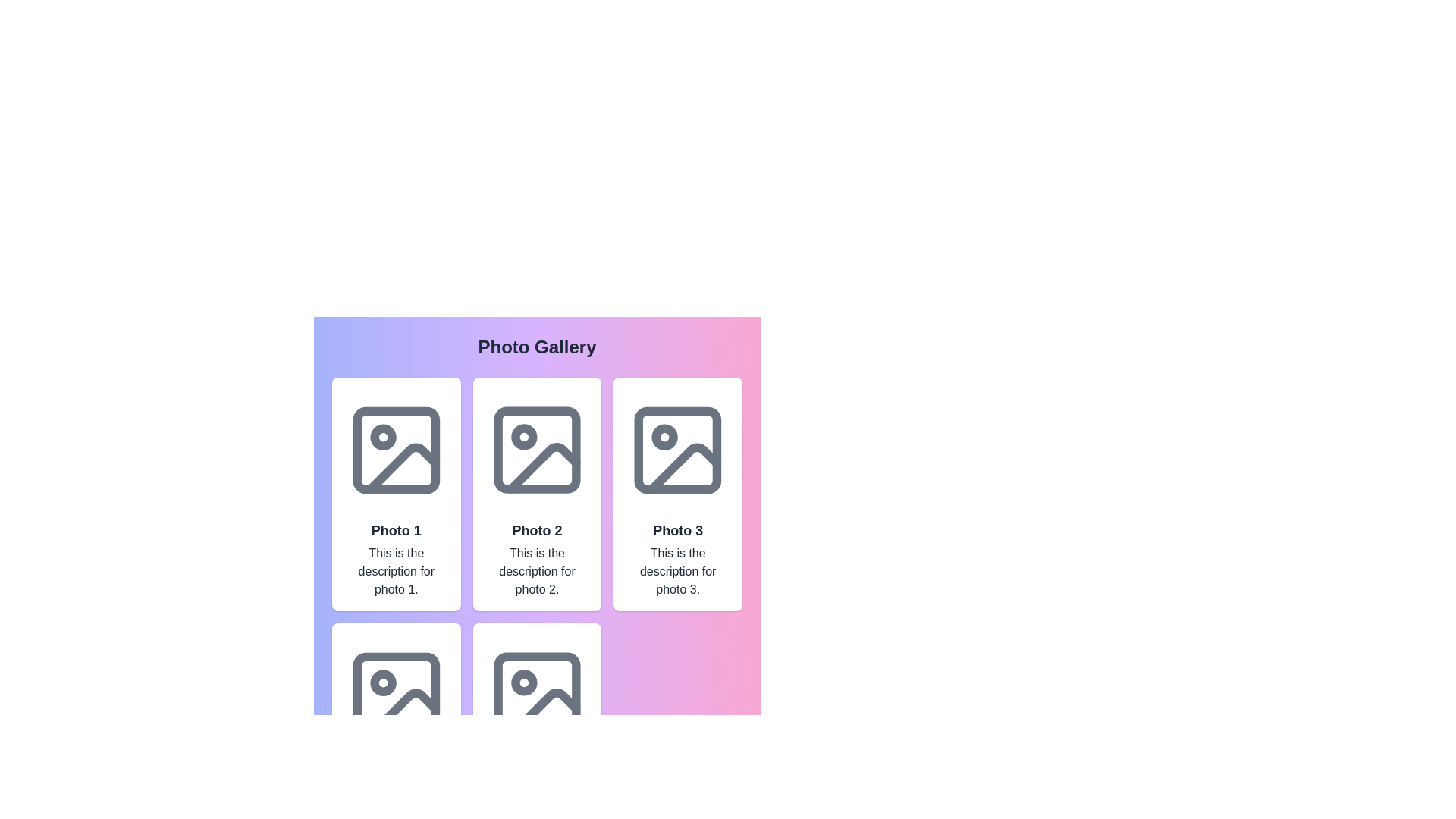 The width and height of the screenshot is (1456, 819). What do you see at coordinates (537, 450) in the screenshot?
I see `the decorative element located in the upper-left section of the photo icon, which contributes to the graphical design of the image placeholder` at bounding box center [537, 450].